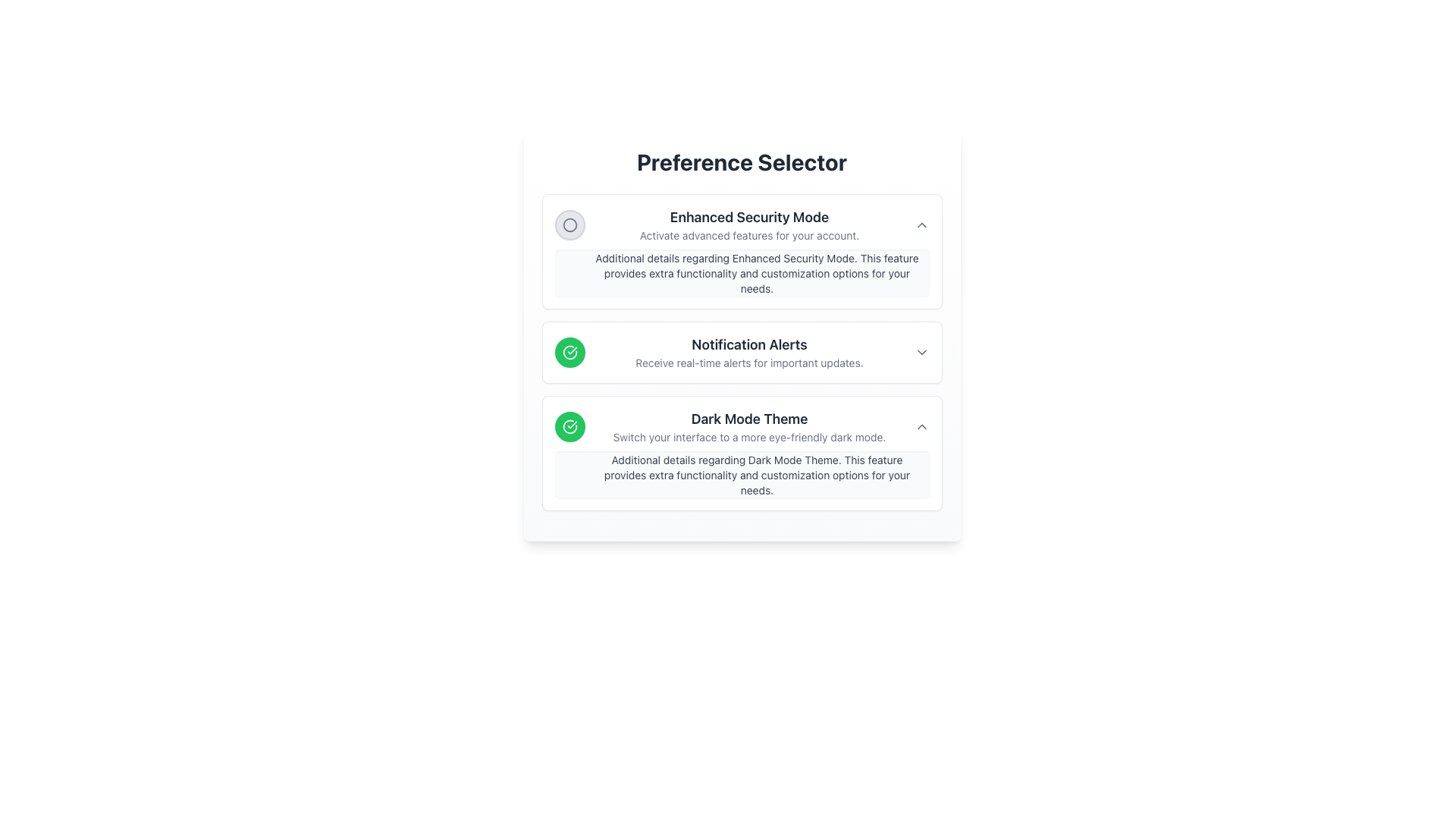 The image size is (1456, 819). Describe the element at coordinates (749, 427) in the screenshot. I see `text element labeled 'Dark Mode Theme' which is located under the 'Notification Alerts' section in the main preference selection interface` at that location.